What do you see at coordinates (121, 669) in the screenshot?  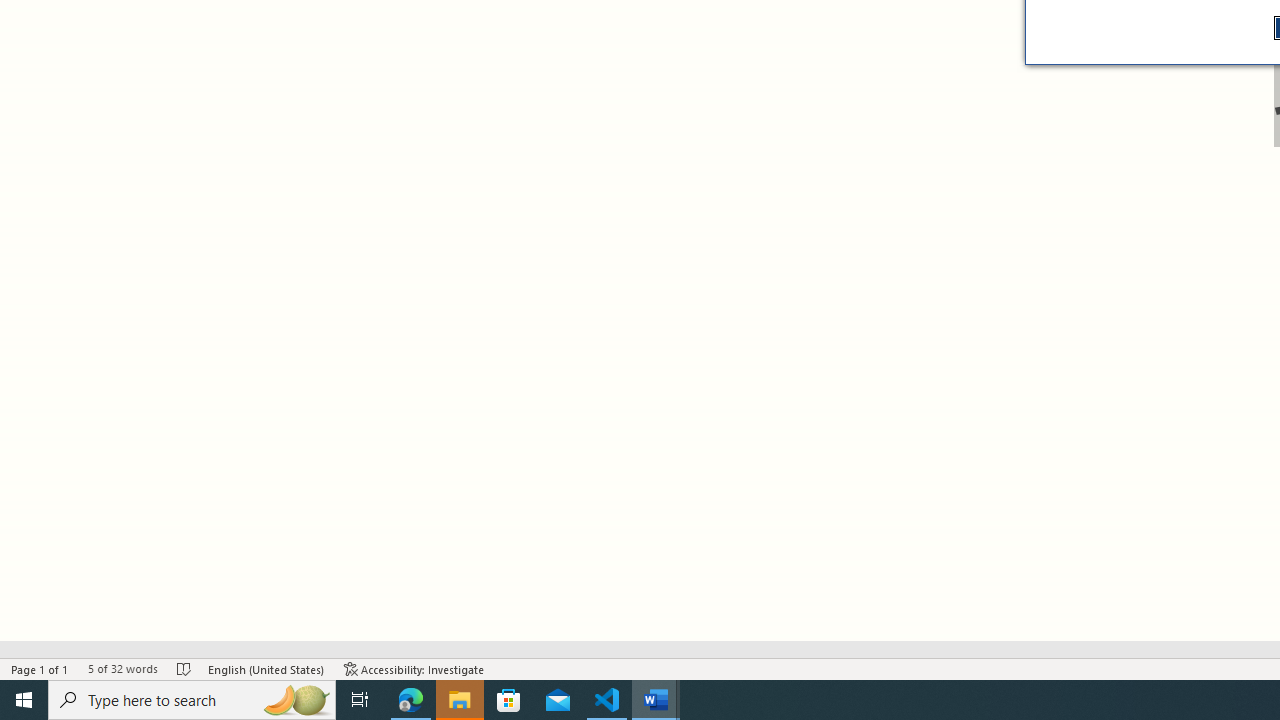 I see `'Word Count 5 of 32 words'` at bounding box center [121, 669].